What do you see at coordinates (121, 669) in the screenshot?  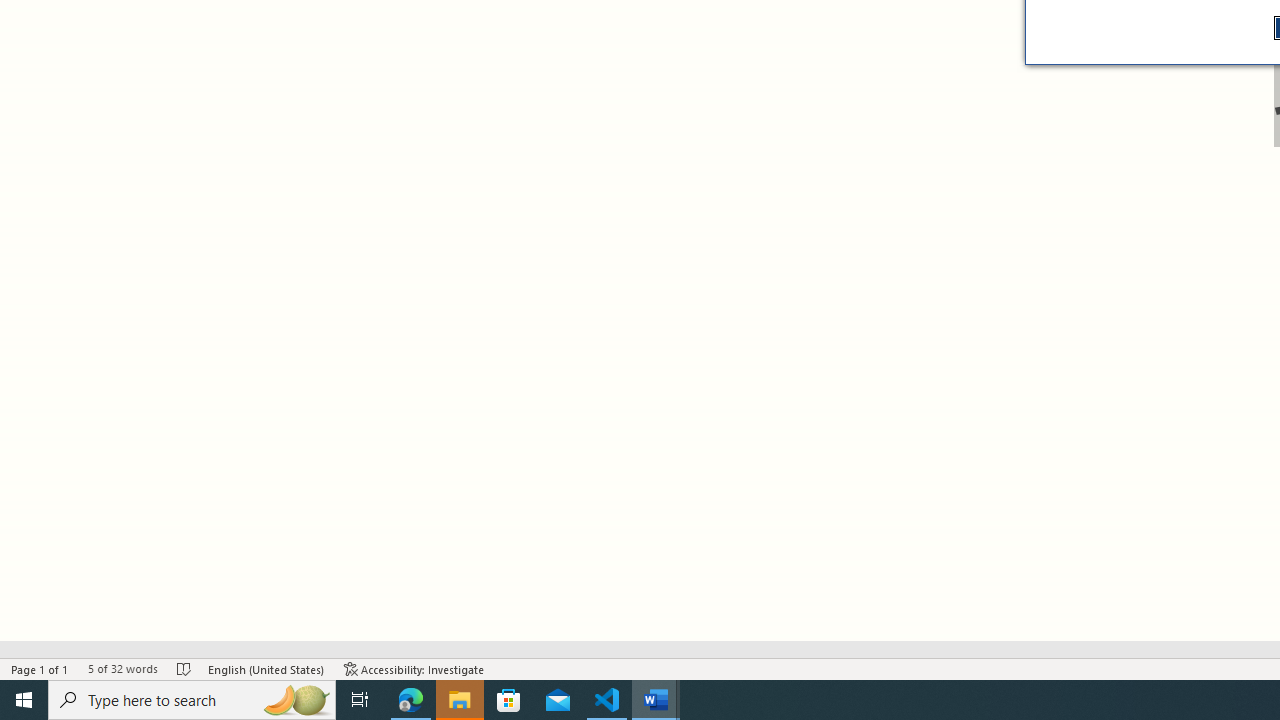 I see `'Word Count 5 of 32 words'` at bounding box center [121, 669].